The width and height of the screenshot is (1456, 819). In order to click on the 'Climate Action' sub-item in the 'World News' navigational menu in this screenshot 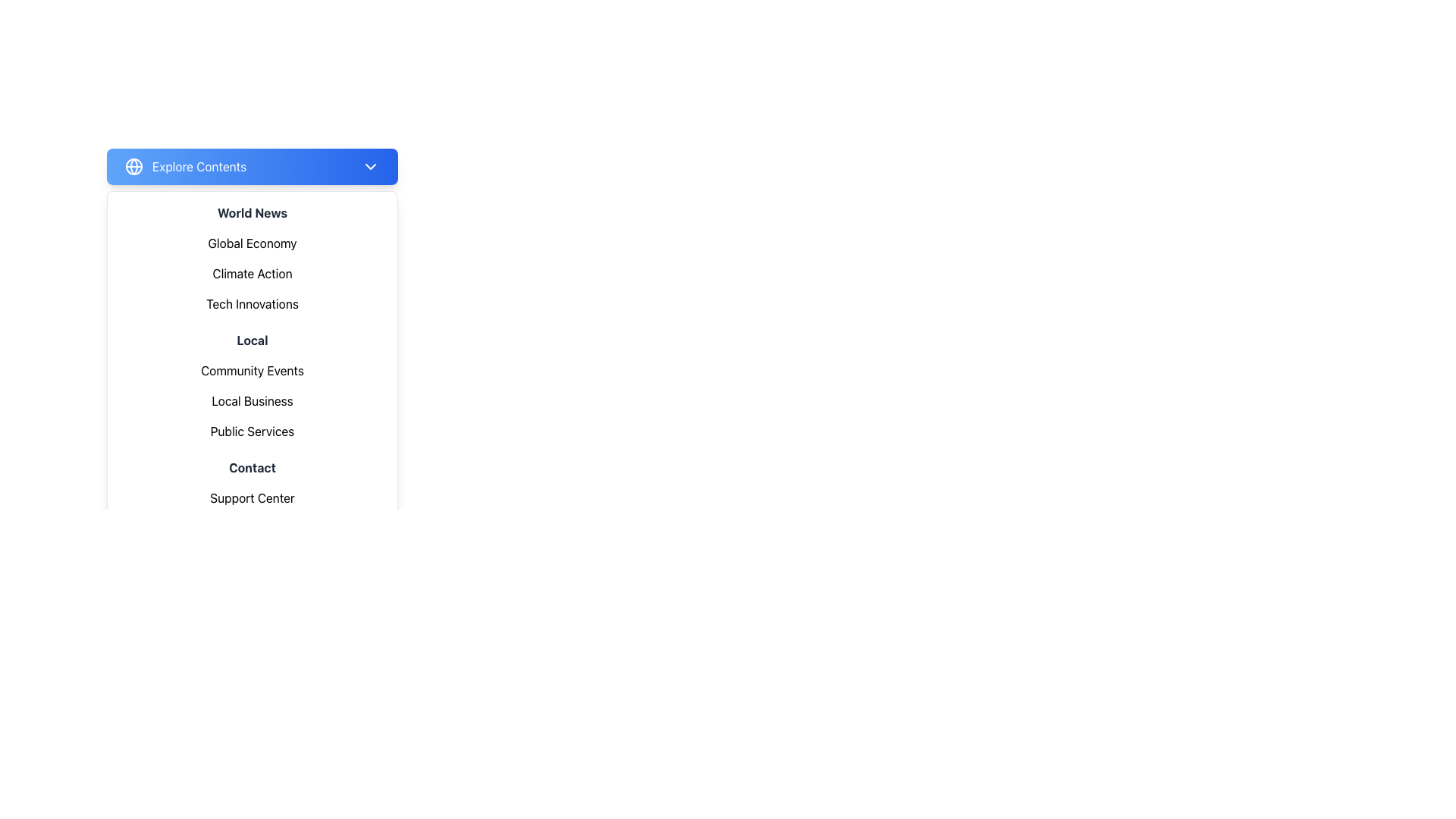, I will do `click(252, 260)`.